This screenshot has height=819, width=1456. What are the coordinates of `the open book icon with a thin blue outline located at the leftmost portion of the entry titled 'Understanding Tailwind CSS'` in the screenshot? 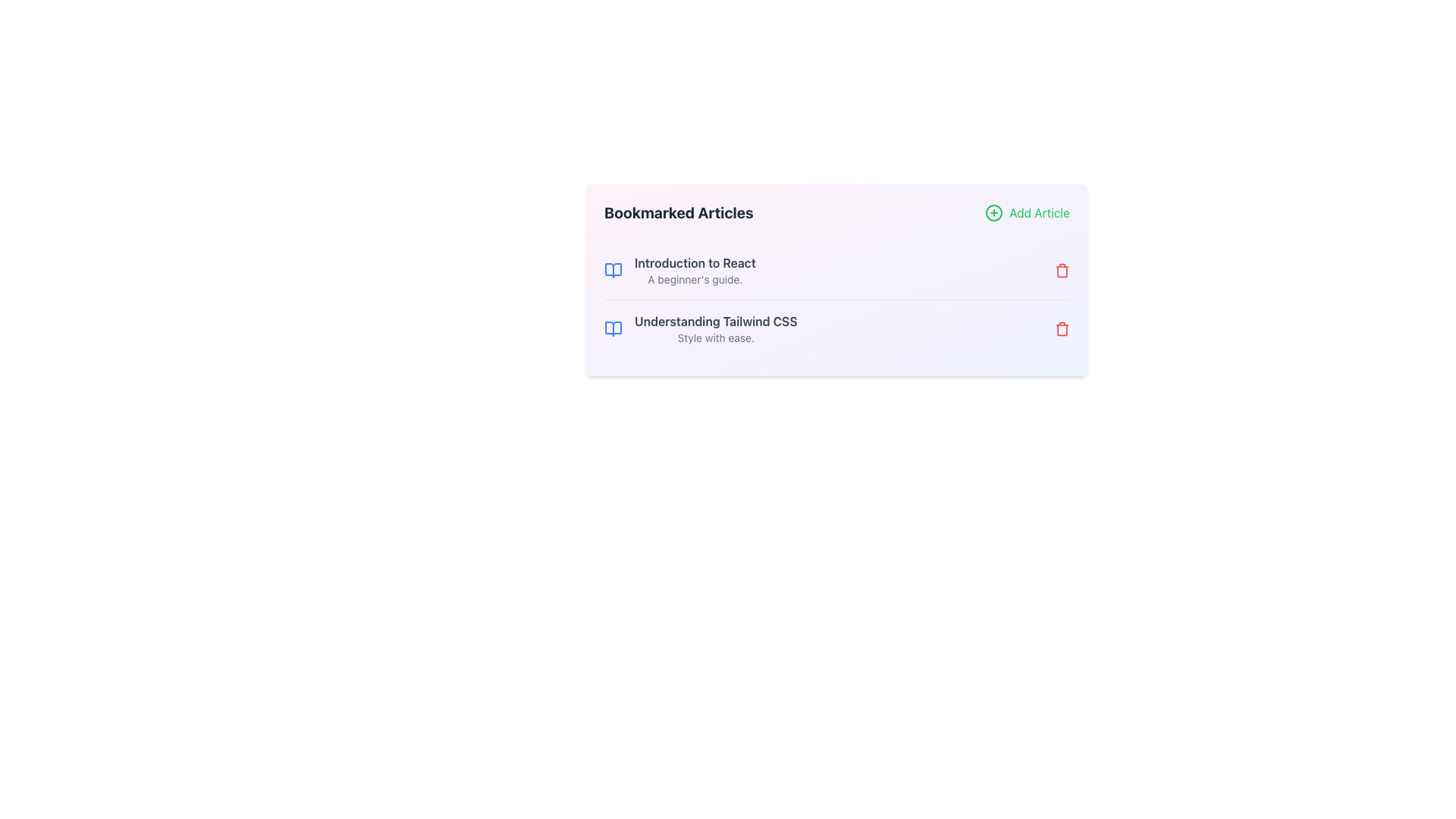 It's located at (613, 328).